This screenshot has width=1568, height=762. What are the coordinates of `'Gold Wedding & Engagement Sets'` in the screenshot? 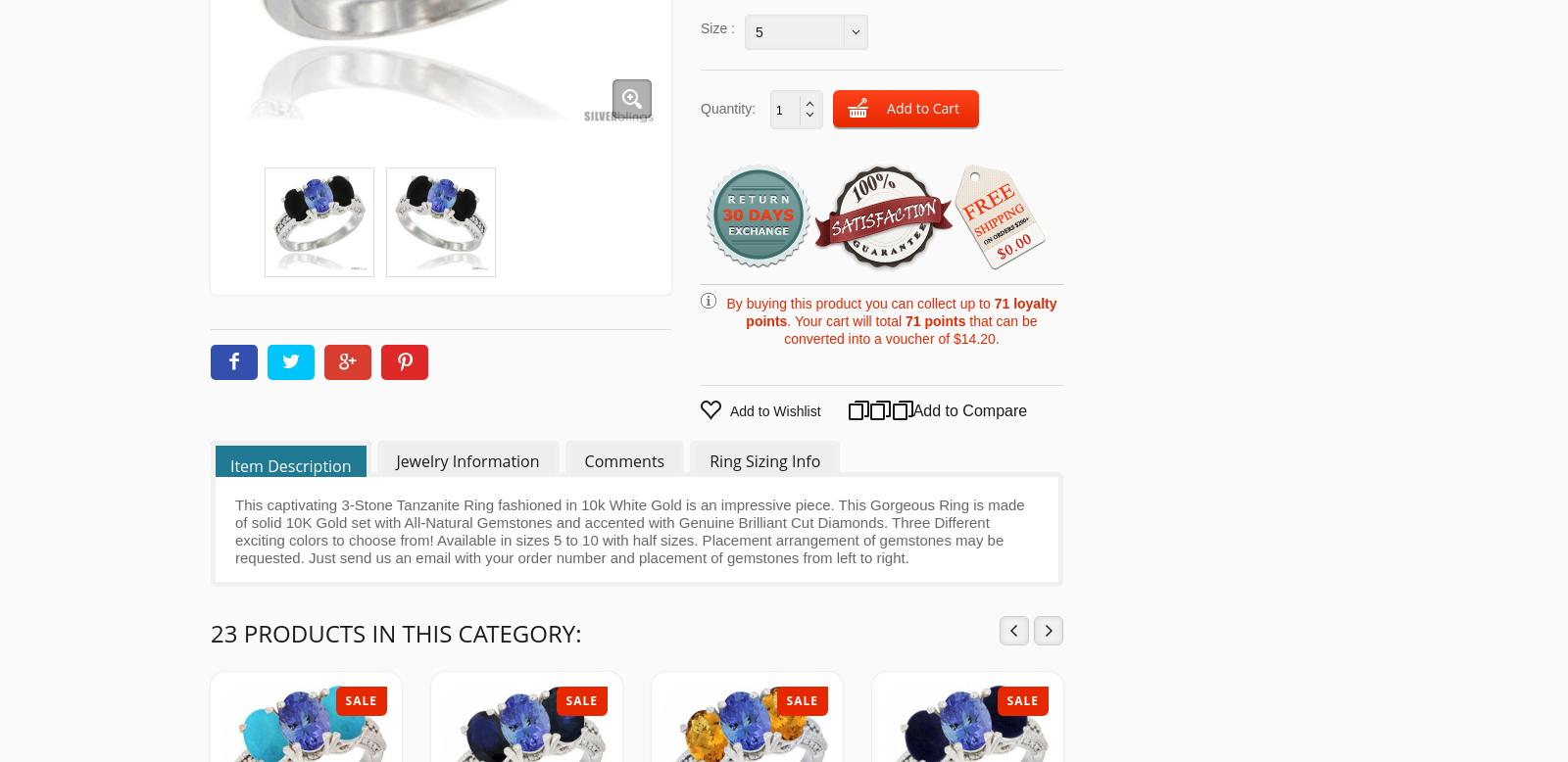 It's located at (1019, 152).